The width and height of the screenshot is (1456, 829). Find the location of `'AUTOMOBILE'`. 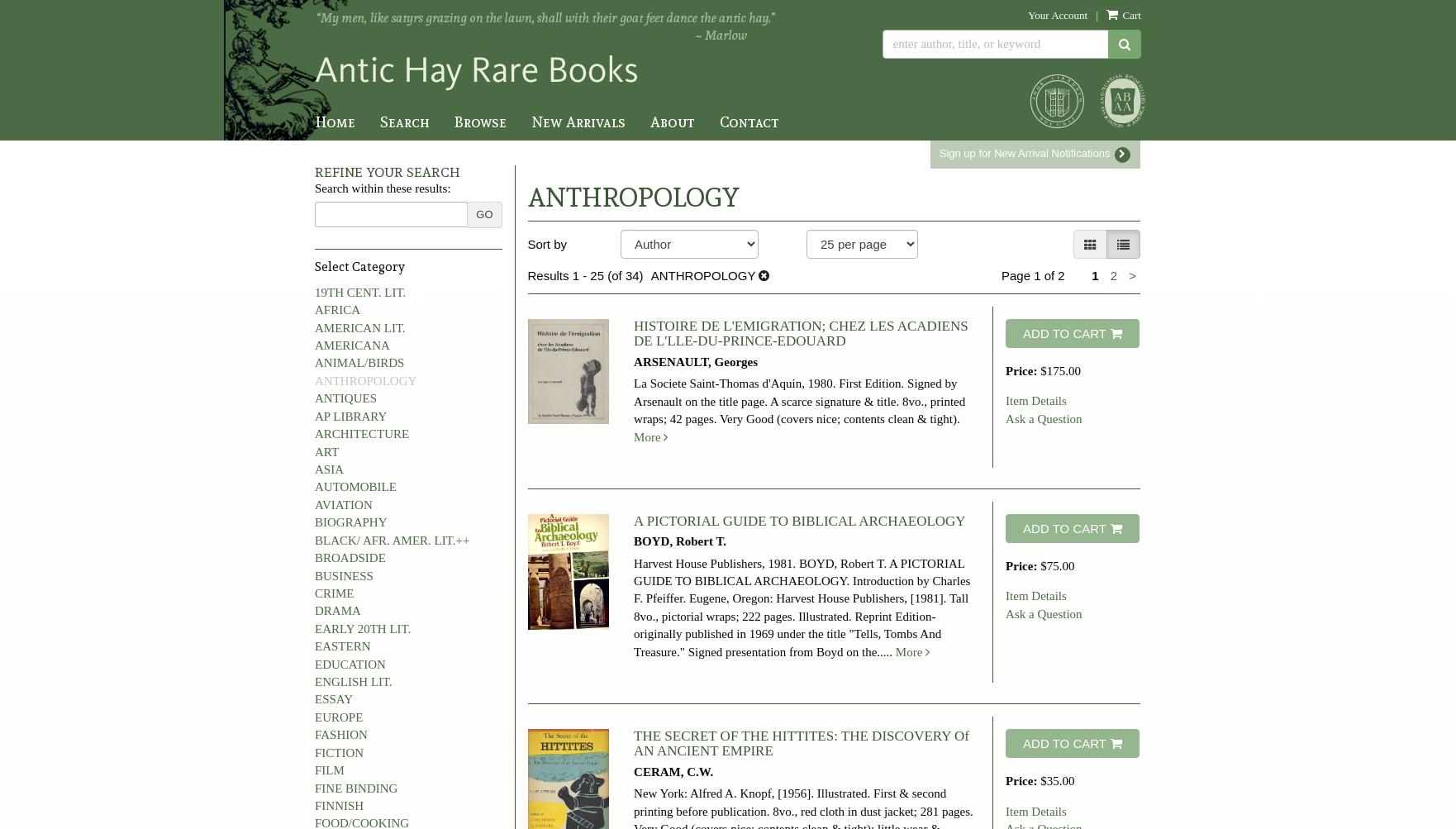

'AUTOMOBILE' is located at coordinates (354, 485).